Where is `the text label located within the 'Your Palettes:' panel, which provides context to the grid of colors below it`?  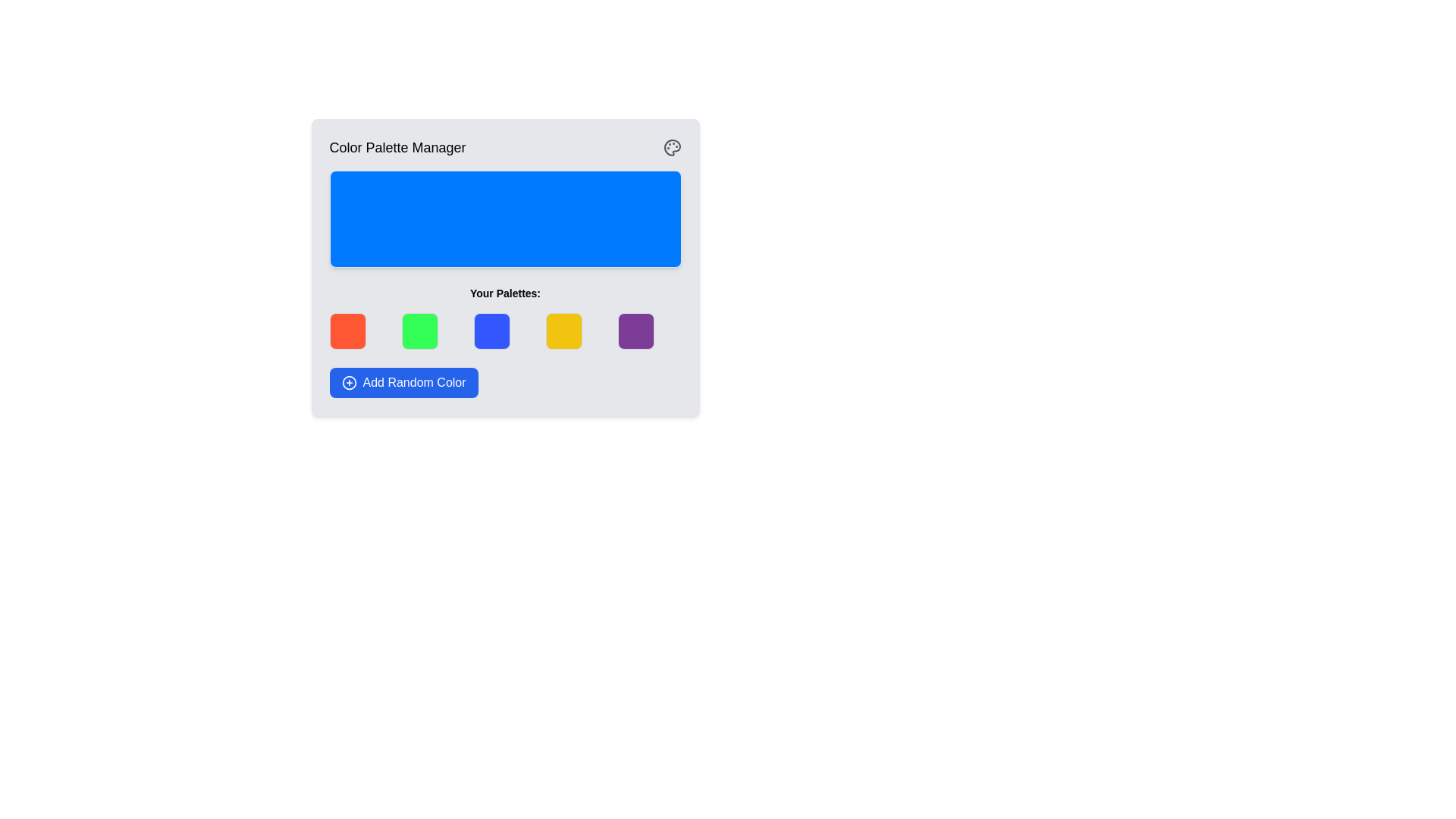
the text label located within the 'Your Palettes:' panel, which provides context to the grid of colors below it is located at coordinates (505, 293).